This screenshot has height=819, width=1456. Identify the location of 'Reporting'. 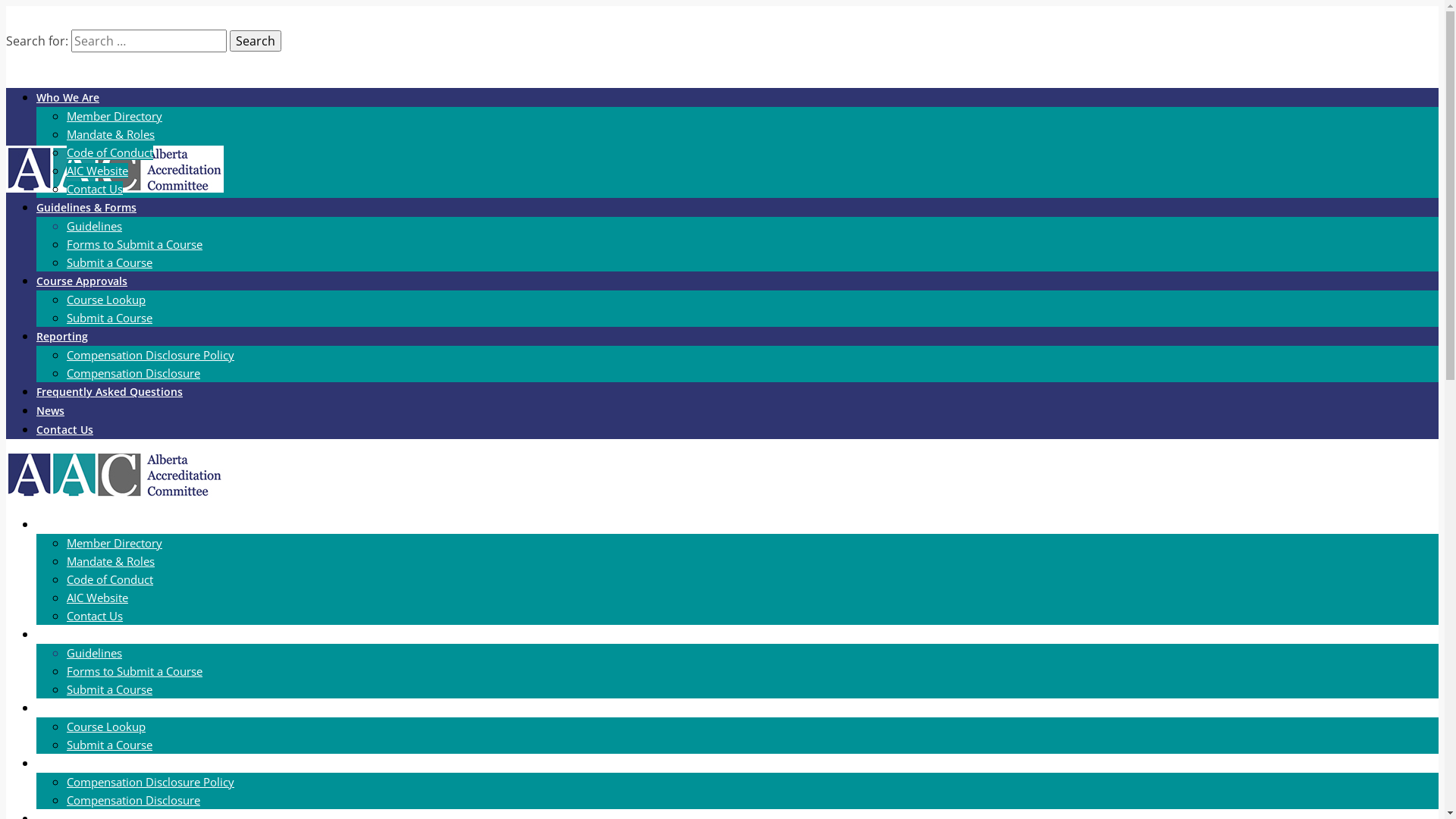
(36, 335).